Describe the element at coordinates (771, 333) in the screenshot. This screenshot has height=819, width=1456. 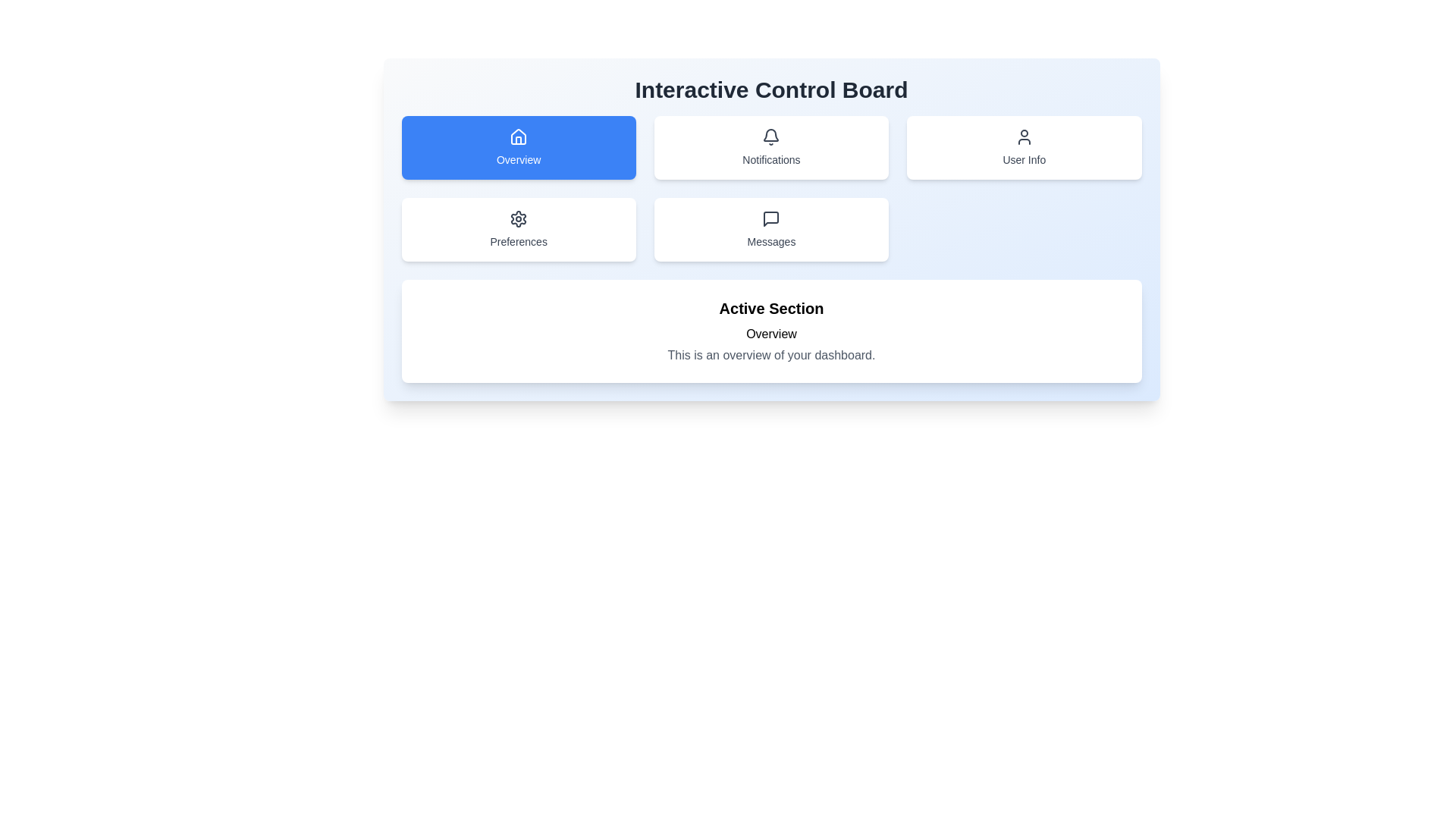
I see `the Text Label that serves as a section header, positioned below 'Active Section' and above the descriptive text` at that location.